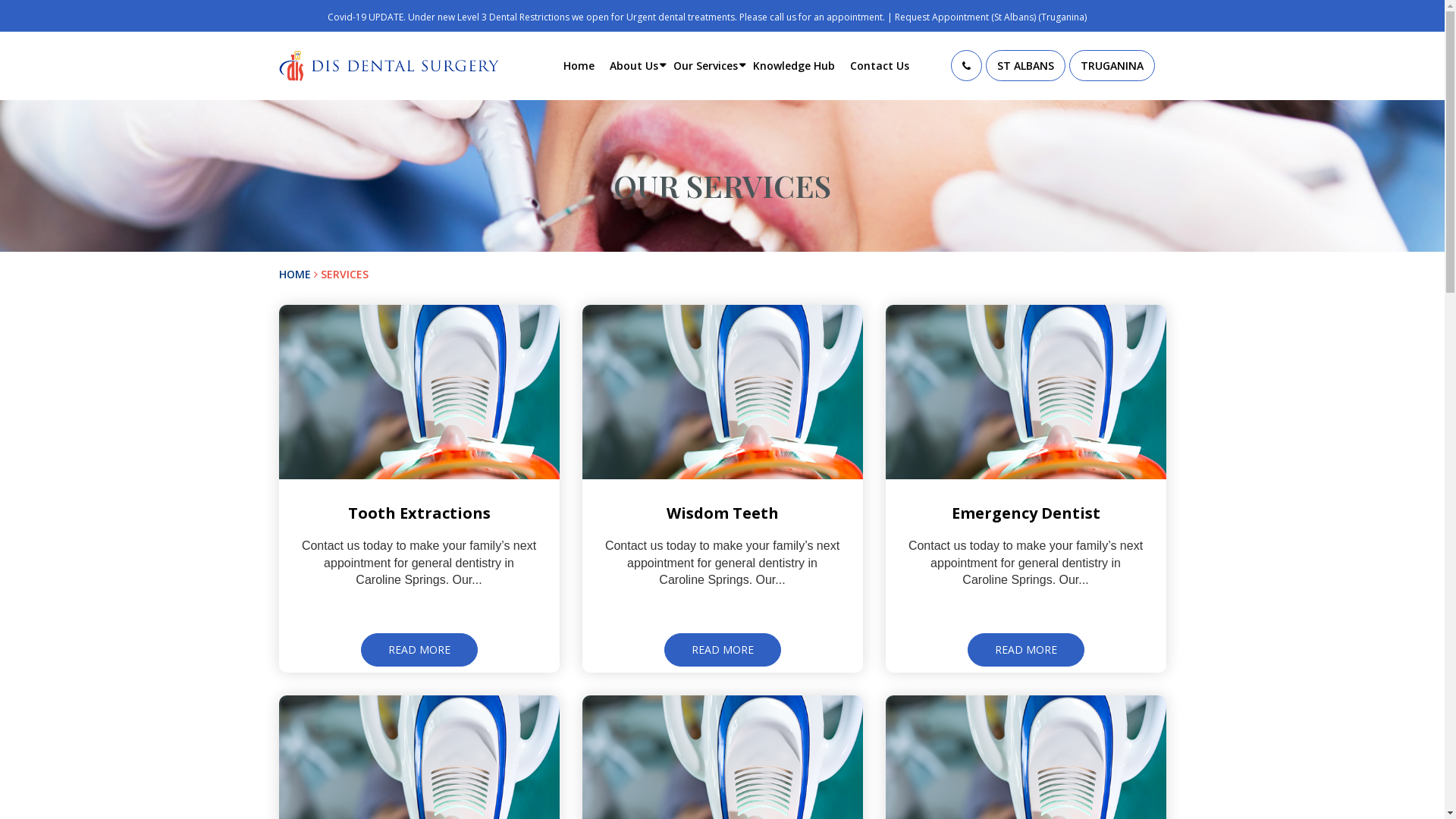 Image resolution: width=1456 pixels, height=819 pixels. Describe the element at coordinates (601, 64) in the screenshot. I see `'About Us'` at that location.